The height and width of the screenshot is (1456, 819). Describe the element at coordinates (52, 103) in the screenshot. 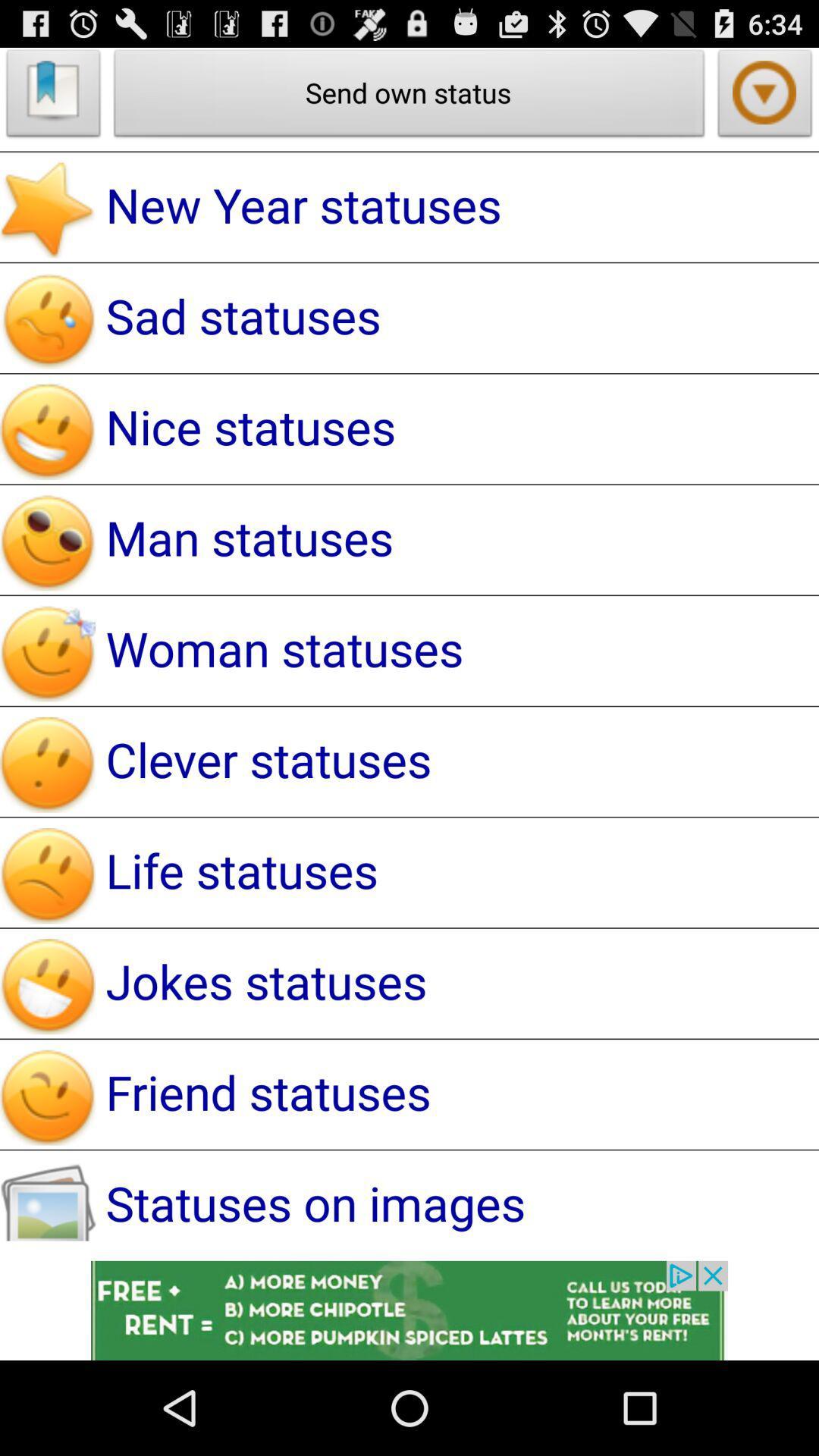

I see `the bookmark icon` at that location.